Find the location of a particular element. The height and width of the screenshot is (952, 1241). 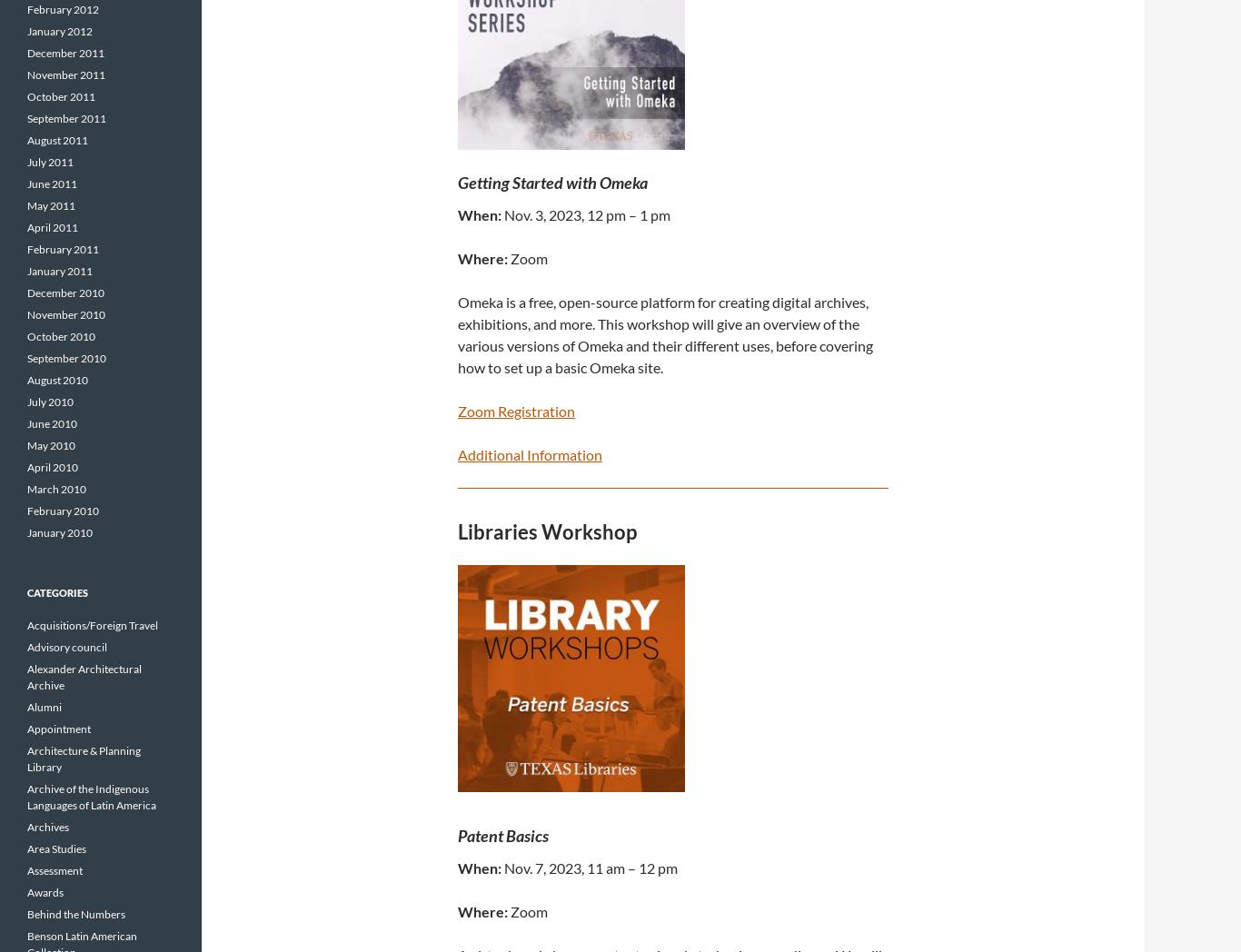

'Zoom Registration' is located at coordinates (516, 409).